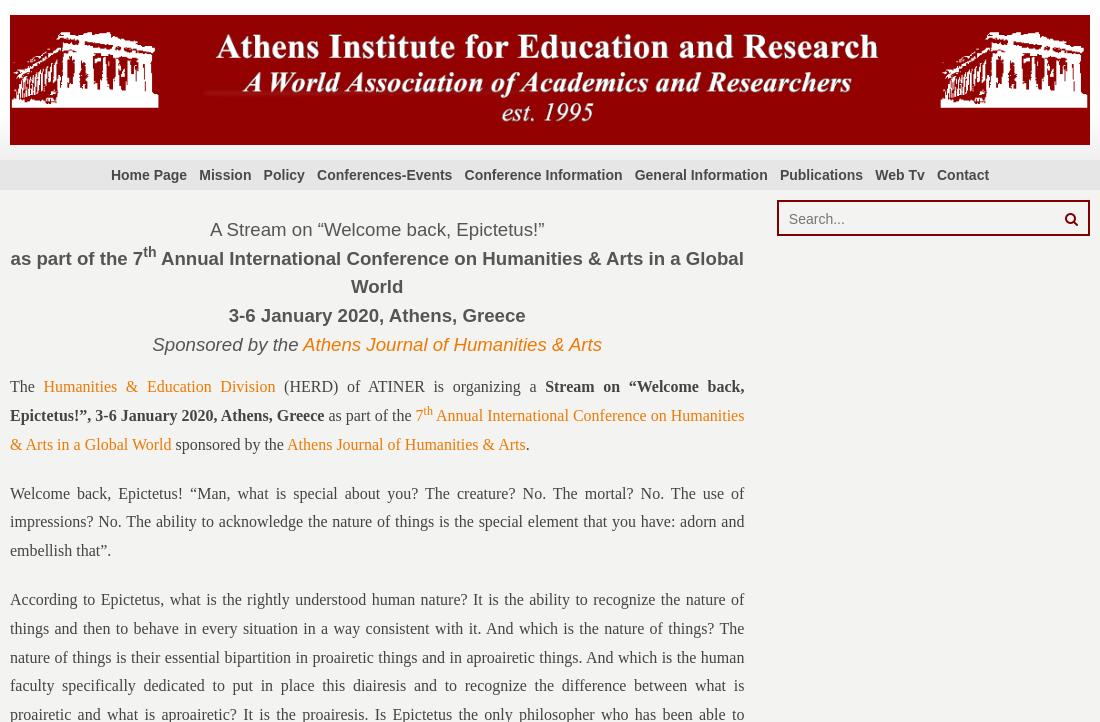 The image size is (1100, 722). I want to click on '.', so click(525, 442).